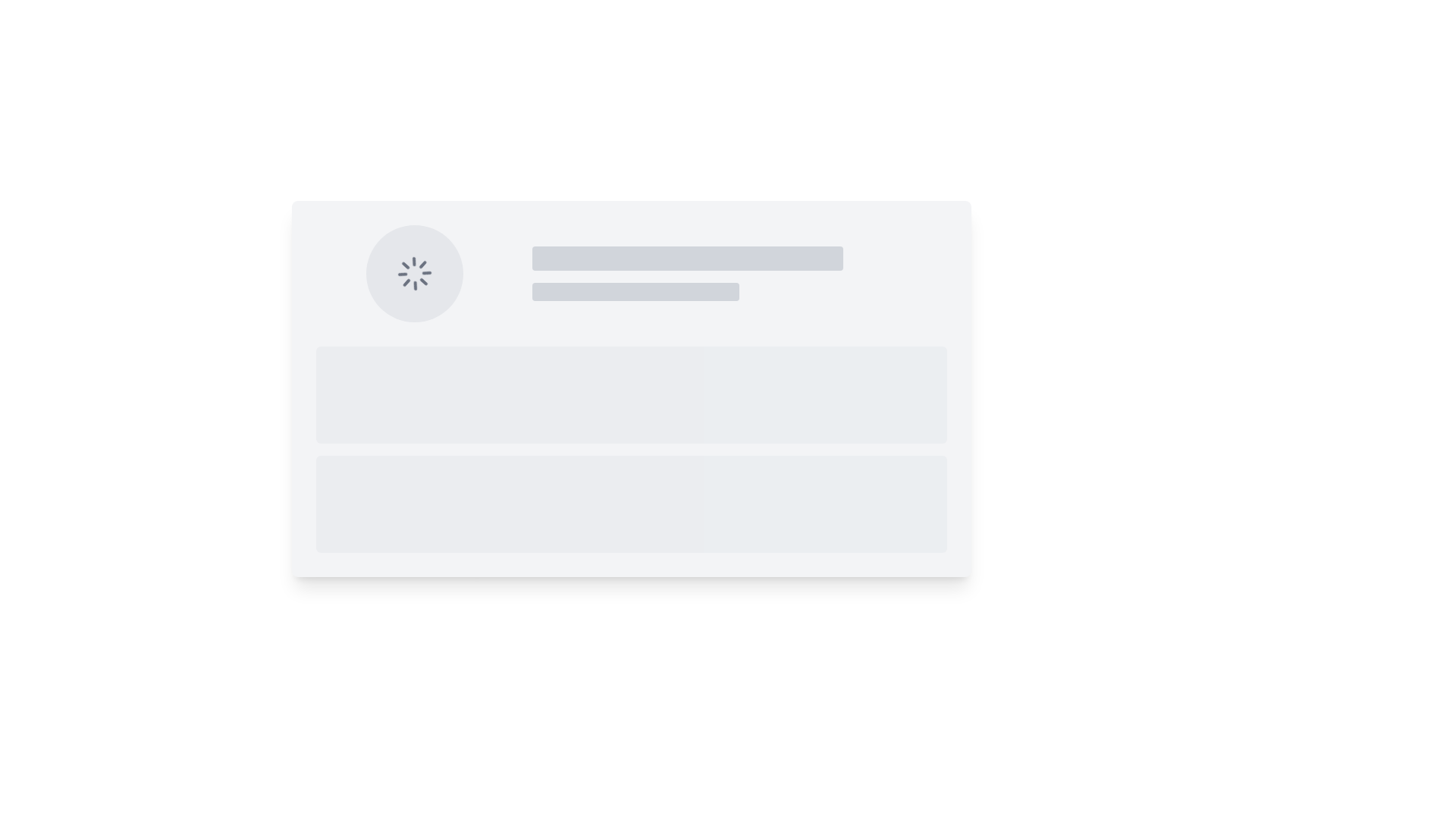 Image resolution: width=1456 pixels, height=819 pixels. What do you see at coordinates (415, 274) in the screenshot?
I see `the animated loading indicator, which is a circular spinner icon with a gray color palette, located in the top-left section of the interface` at bounding box center [415, 274].